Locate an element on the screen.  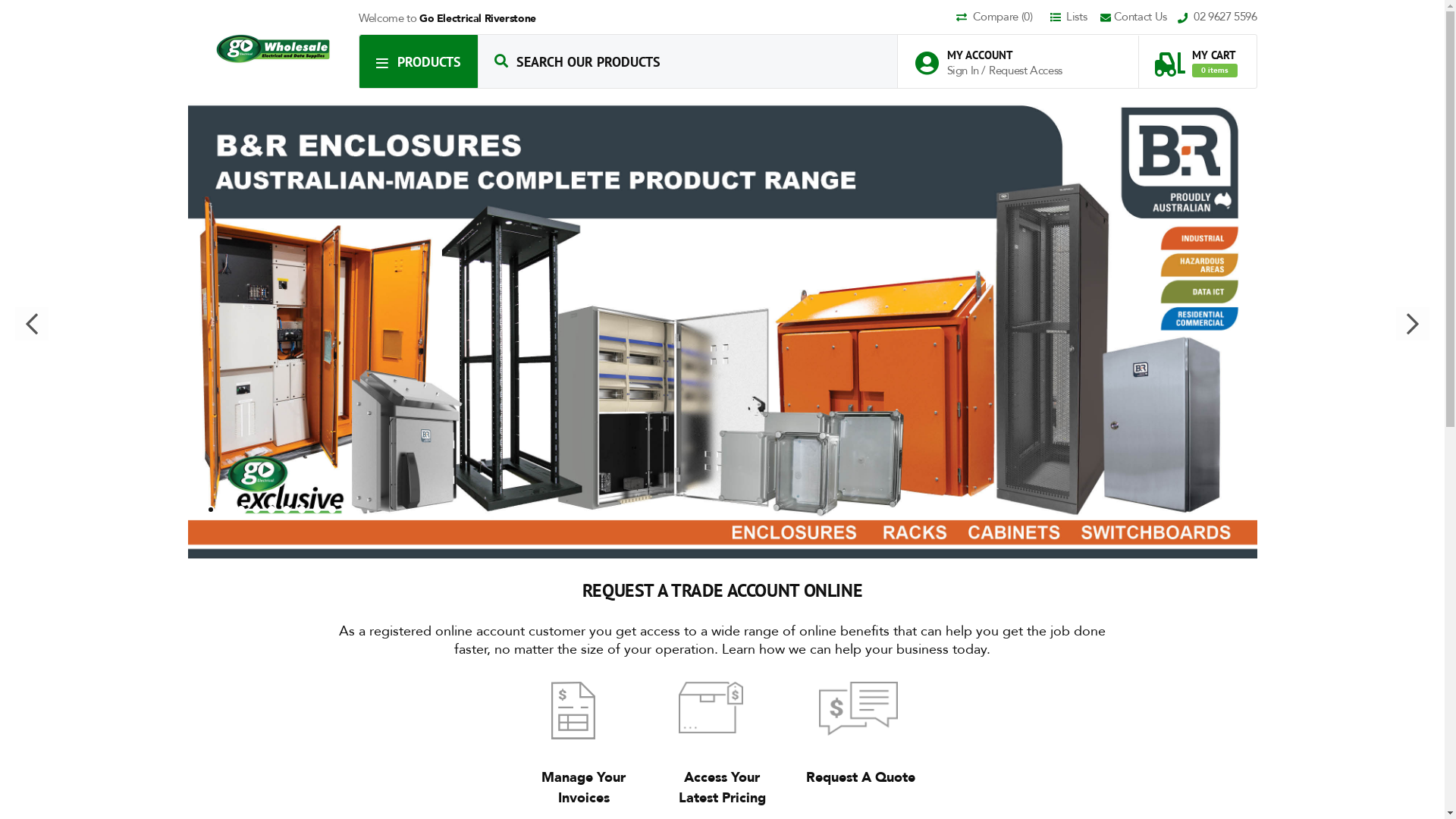
'Previous' is located at coordinates (14, 323).